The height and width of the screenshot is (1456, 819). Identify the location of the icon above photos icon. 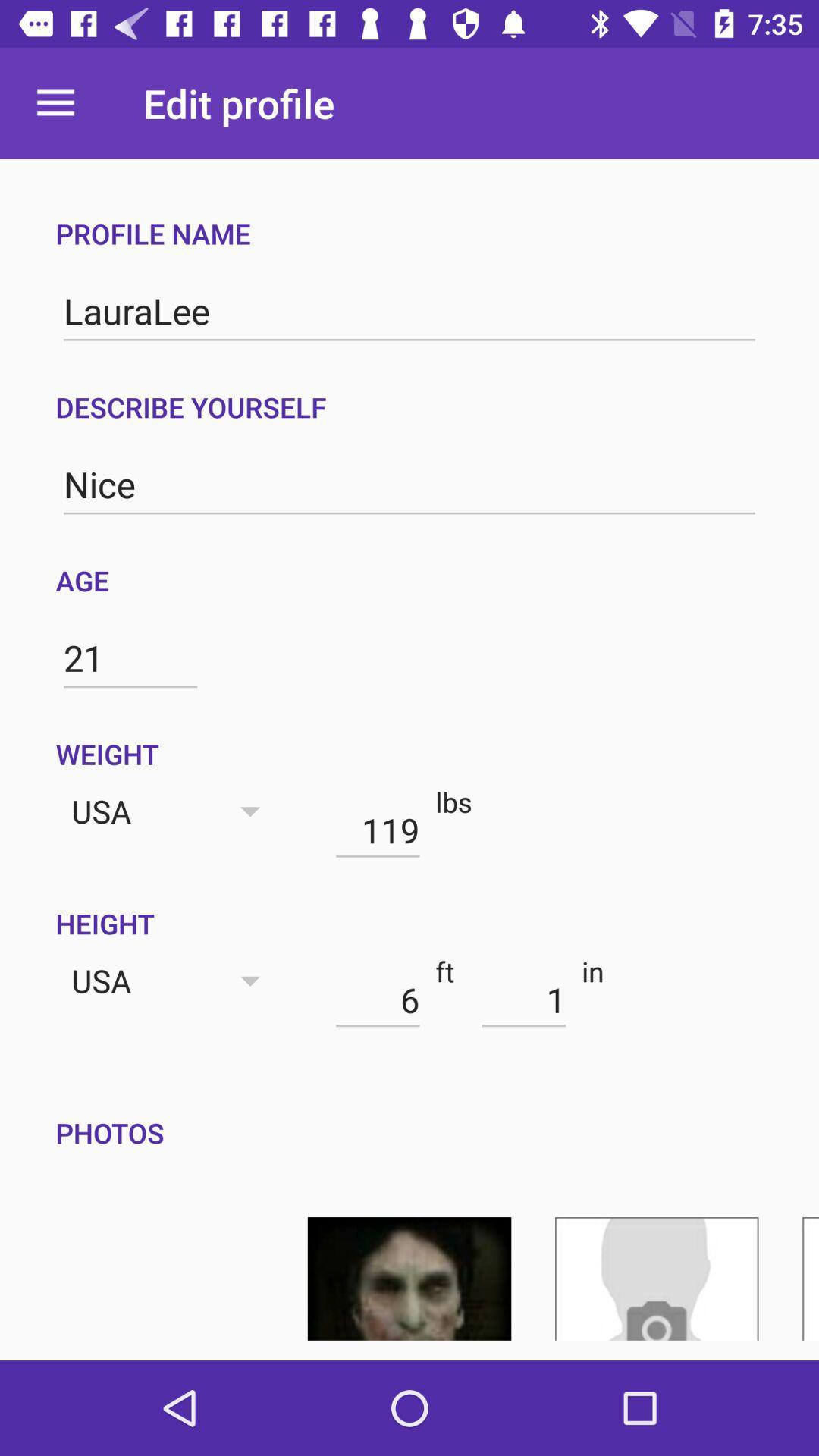
(523, 999).